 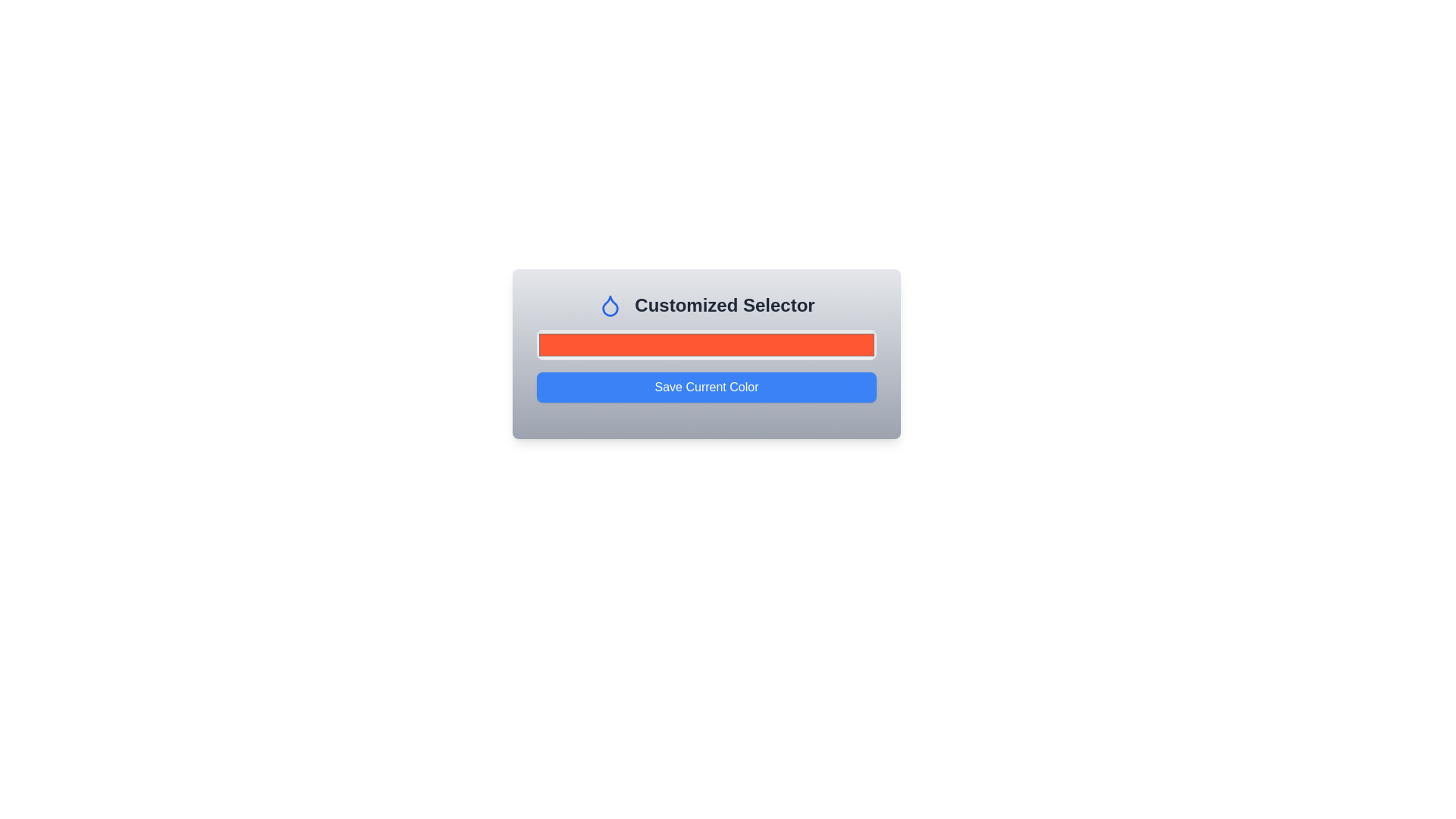 I want to click on the vibrant red color input field with rounded corners, so click(x=705, y=345).